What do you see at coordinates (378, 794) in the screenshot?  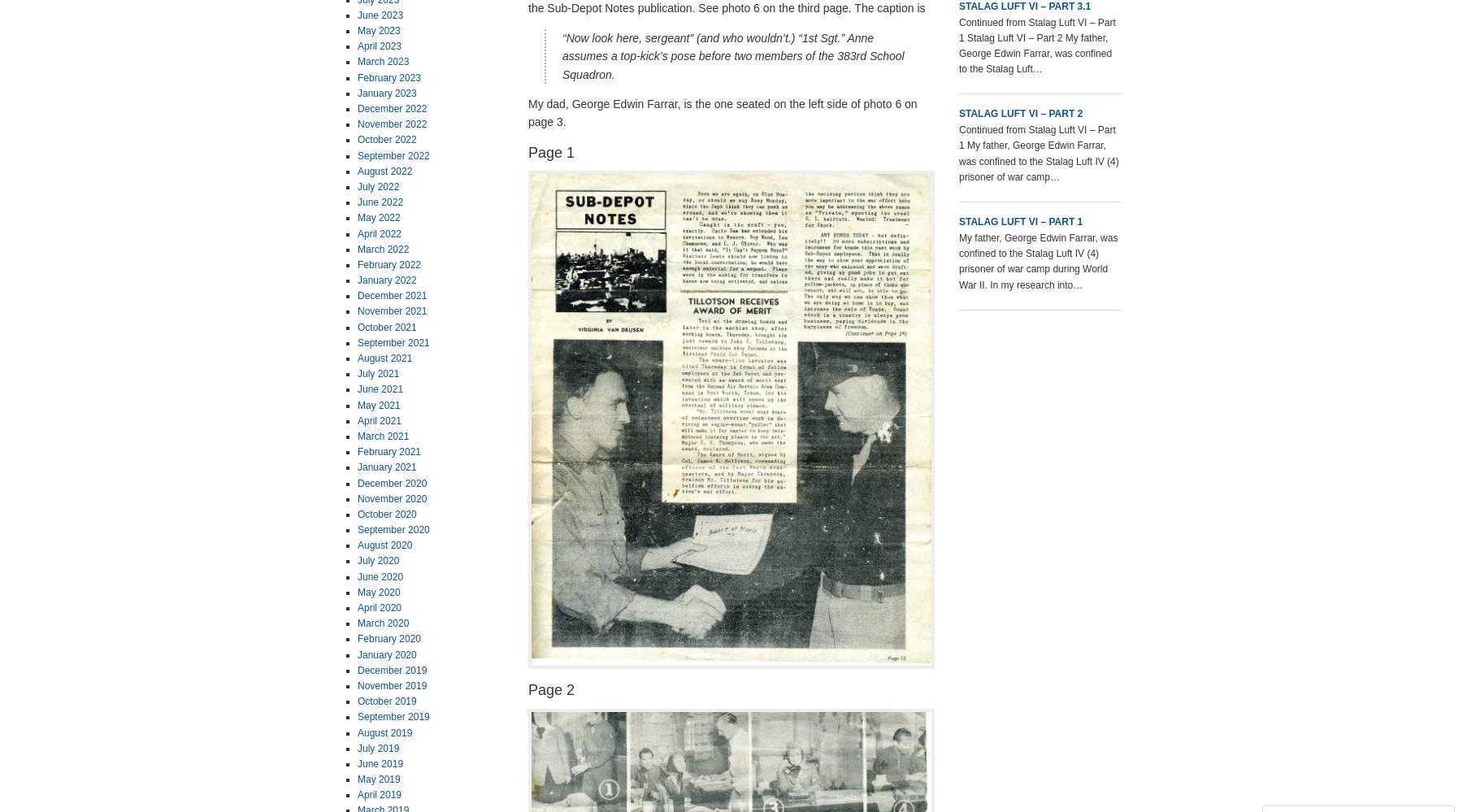 I see `'April 2019'` at bounding box center [378, 794].